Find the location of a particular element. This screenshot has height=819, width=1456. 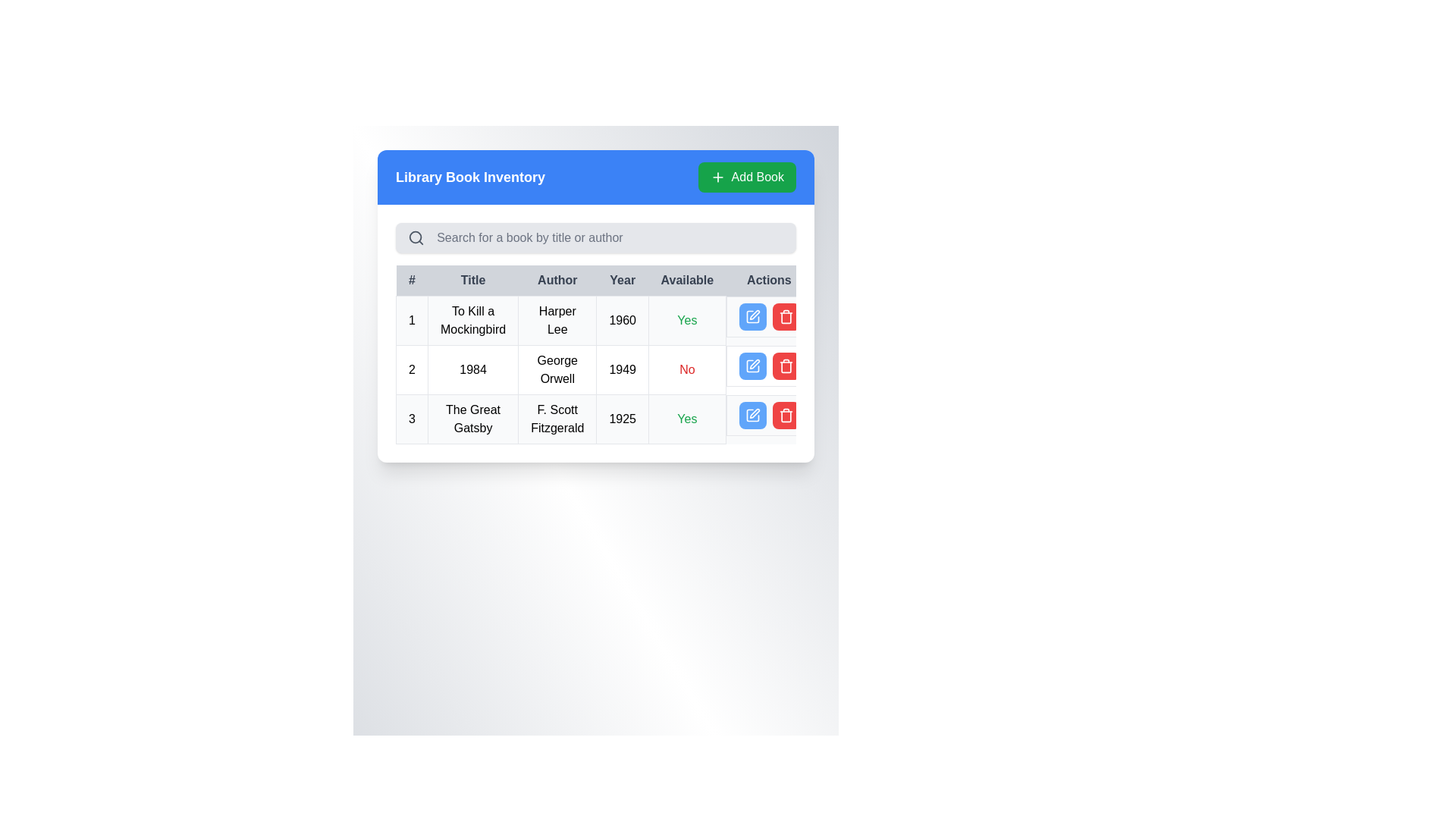

the delete button located in the 'Actions' column of the second row for the book entry '1984' by George Orwell is located at coordinates (786, 366).